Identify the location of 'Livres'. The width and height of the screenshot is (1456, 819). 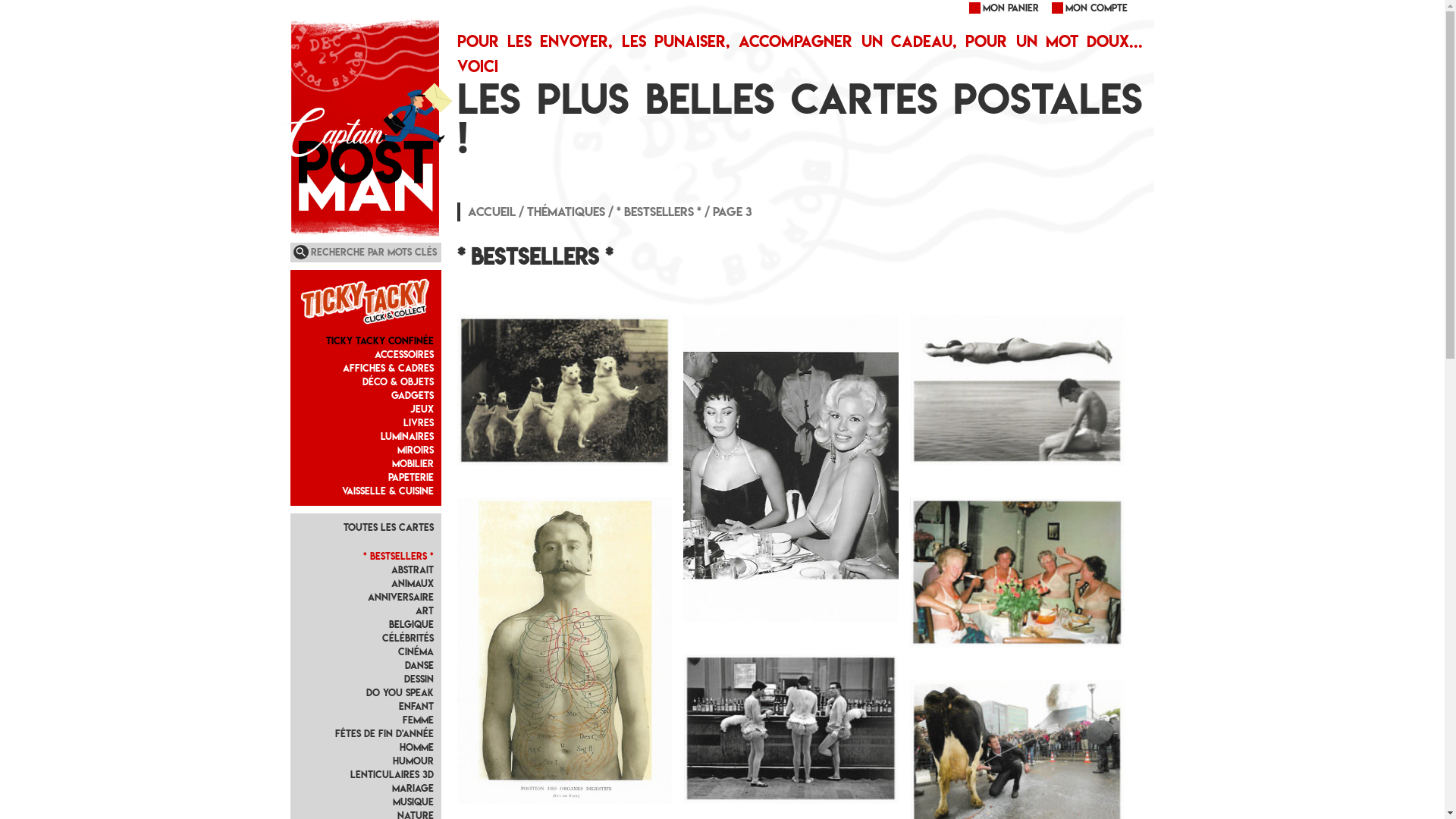
(419, 422).